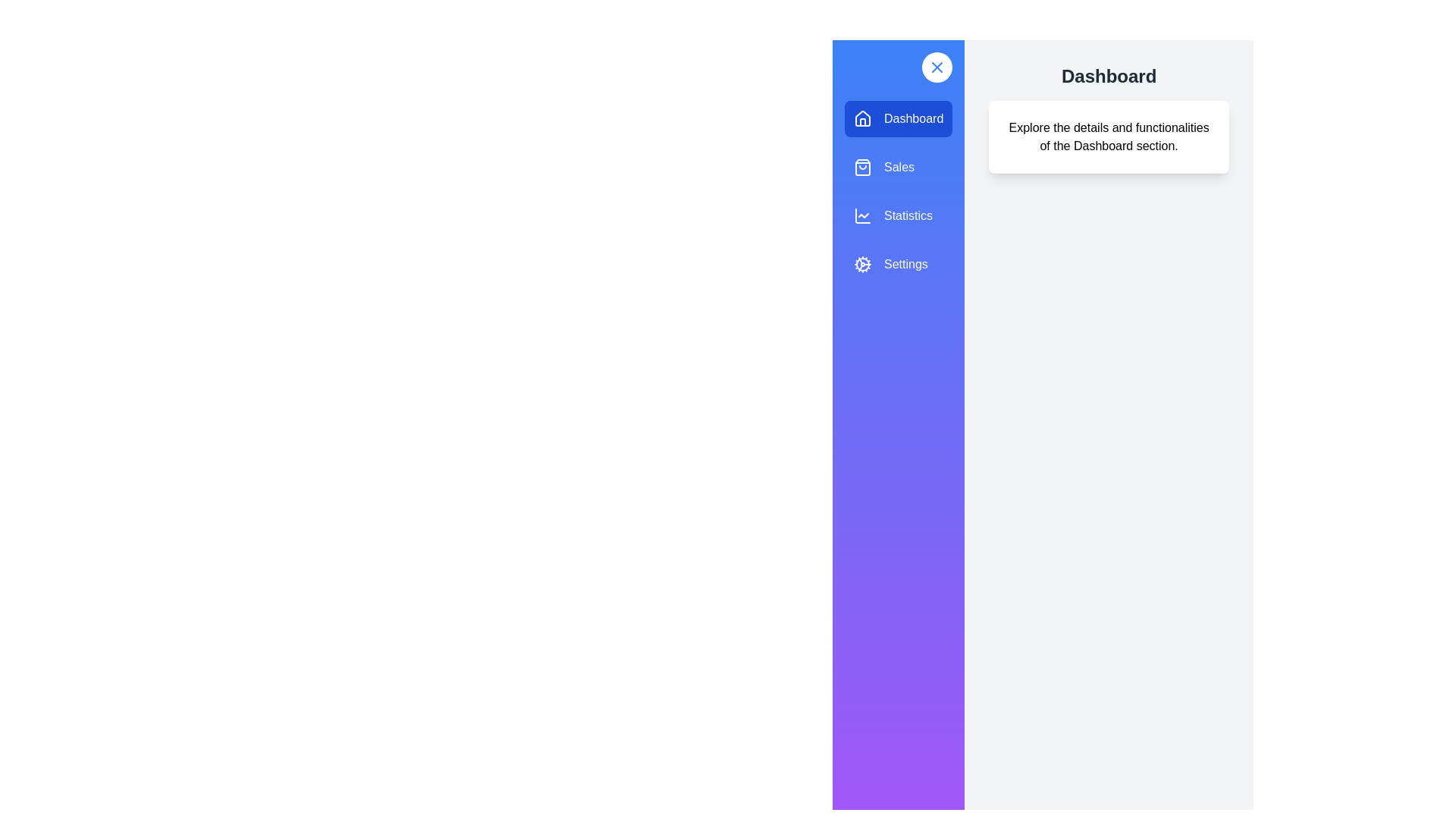 Image resolution: width=1456 pixels, height=819 pixels. I want to click on the main content text to interact with it, so click(1109, 137).